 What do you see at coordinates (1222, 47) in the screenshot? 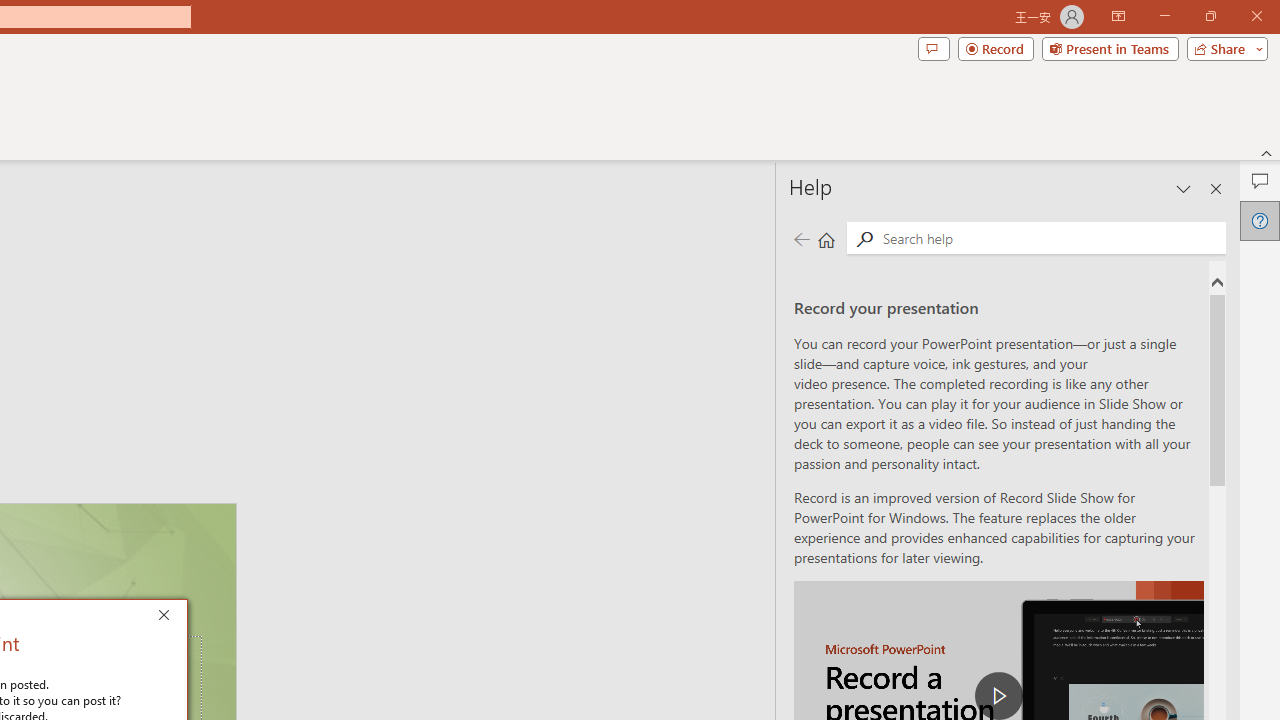
I see `'Share'` at bounding box center [1222, 47].